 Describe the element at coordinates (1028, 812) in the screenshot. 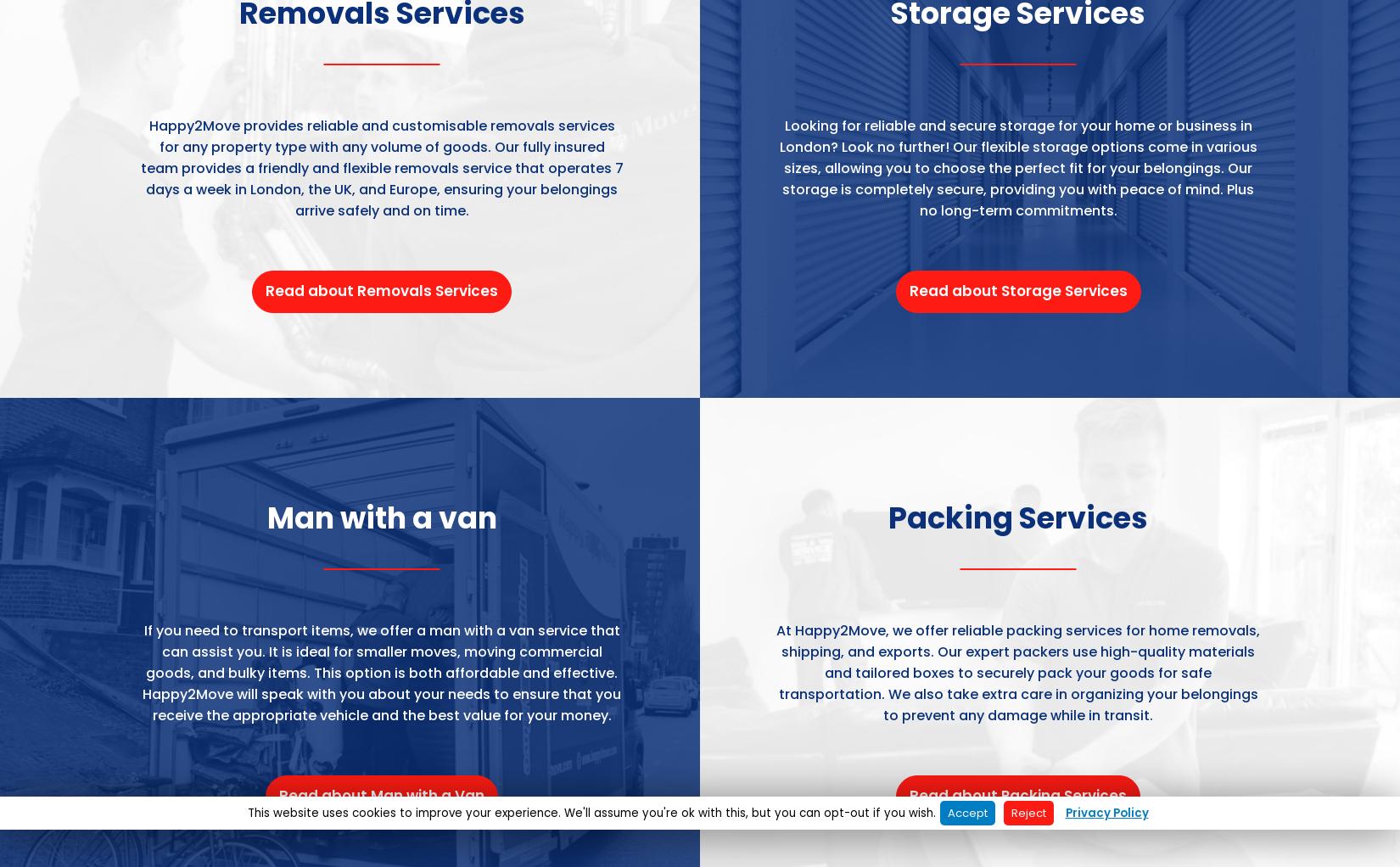

I see `'Reject'` at that location.